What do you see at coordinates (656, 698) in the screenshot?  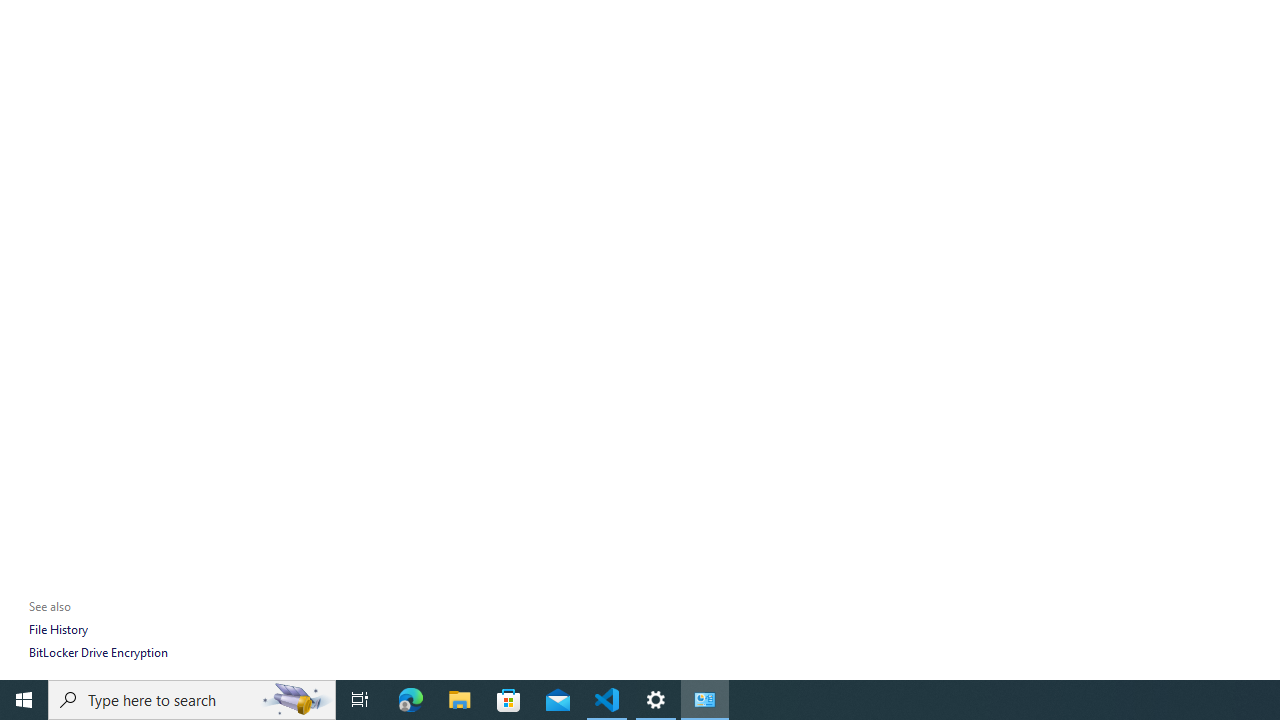 I see `'Settings - 1 running window'` at bounding box center [656, 698].